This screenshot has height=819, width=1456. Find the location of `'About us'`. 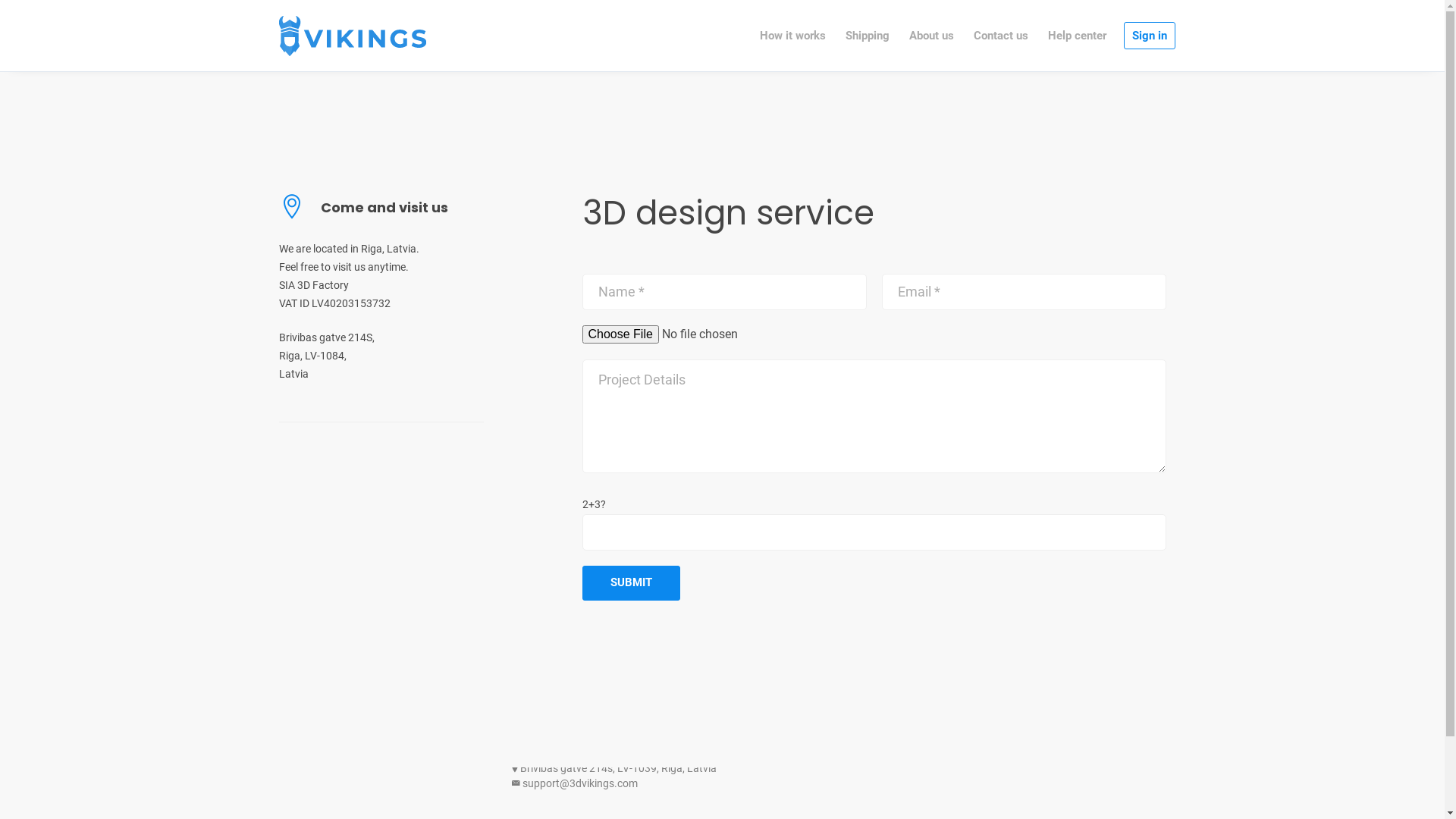

'About us' is located at coordinates (931, 34).